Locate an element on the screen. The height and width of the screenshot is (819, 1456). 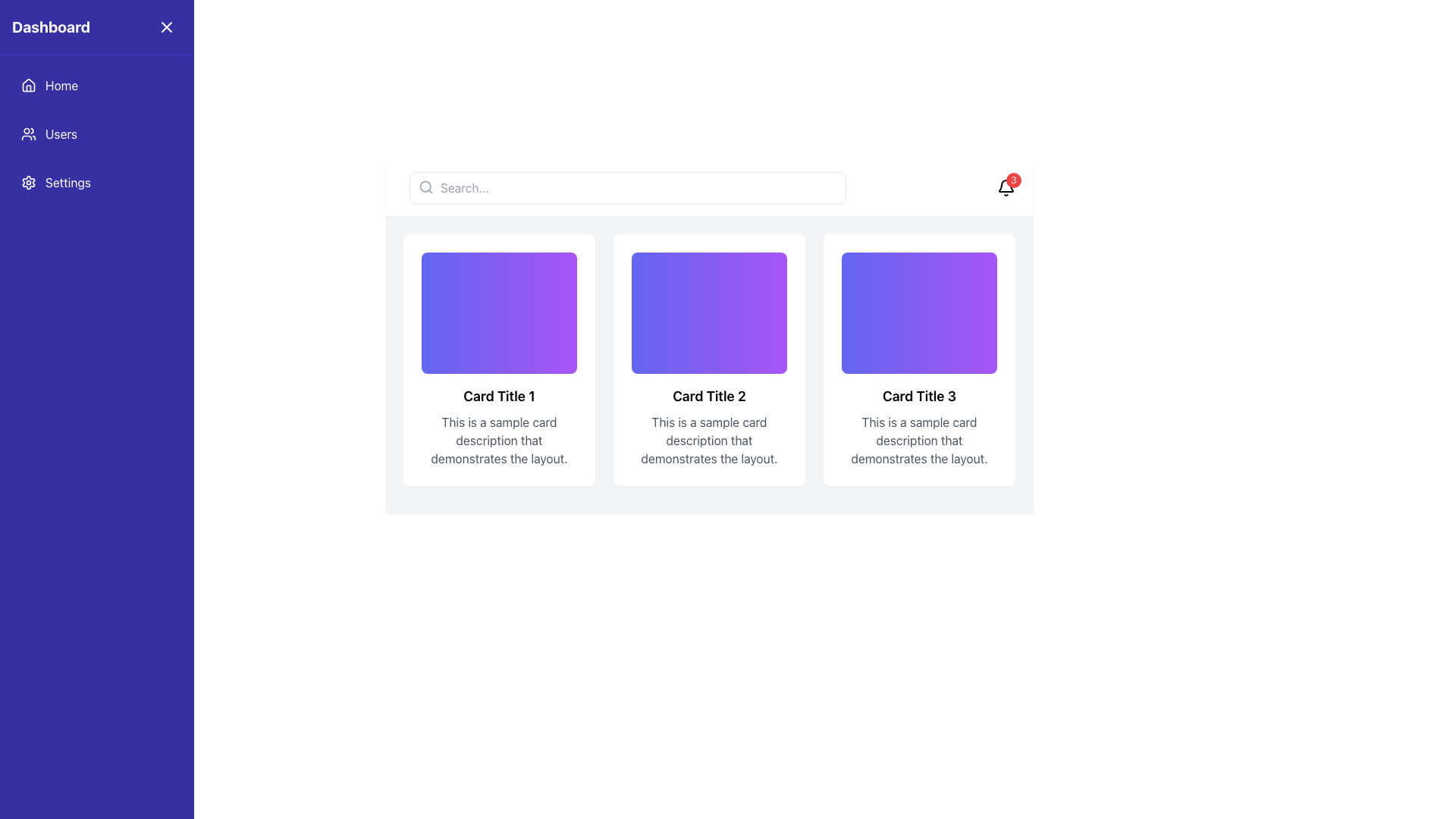
the circular button with a white 'X' icon on a purple background located in the top-right corner of the 'Dashboard' panel is located at coordinates (167, 27).